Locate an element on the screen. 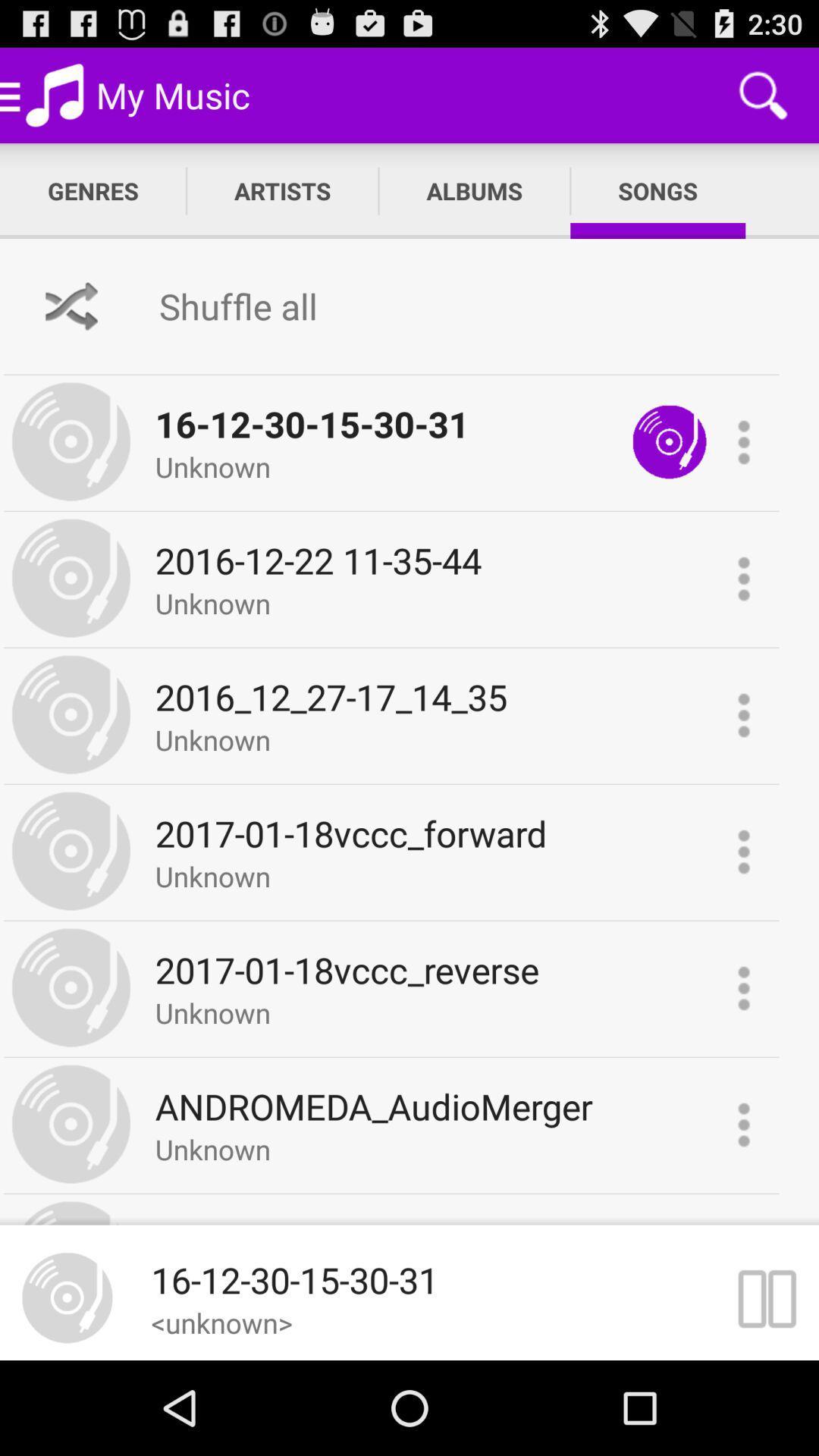  the pause icon is located at coordinates (773, 1383).